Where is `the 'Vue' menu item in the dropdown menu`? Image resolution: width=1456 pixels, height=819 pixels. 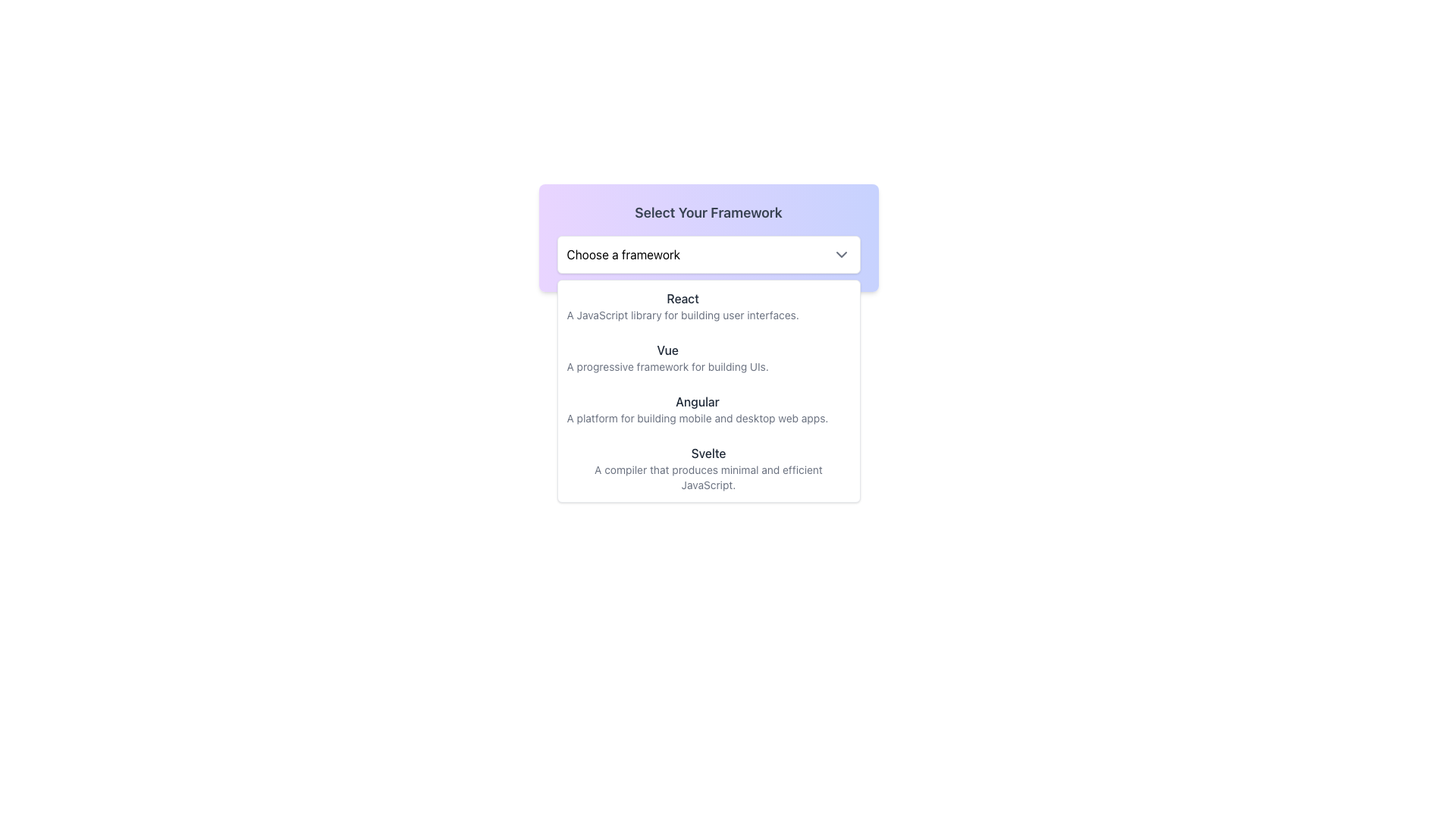
the 'Vue' menu item in the dropdown menu is located at coordinates (708, 357).